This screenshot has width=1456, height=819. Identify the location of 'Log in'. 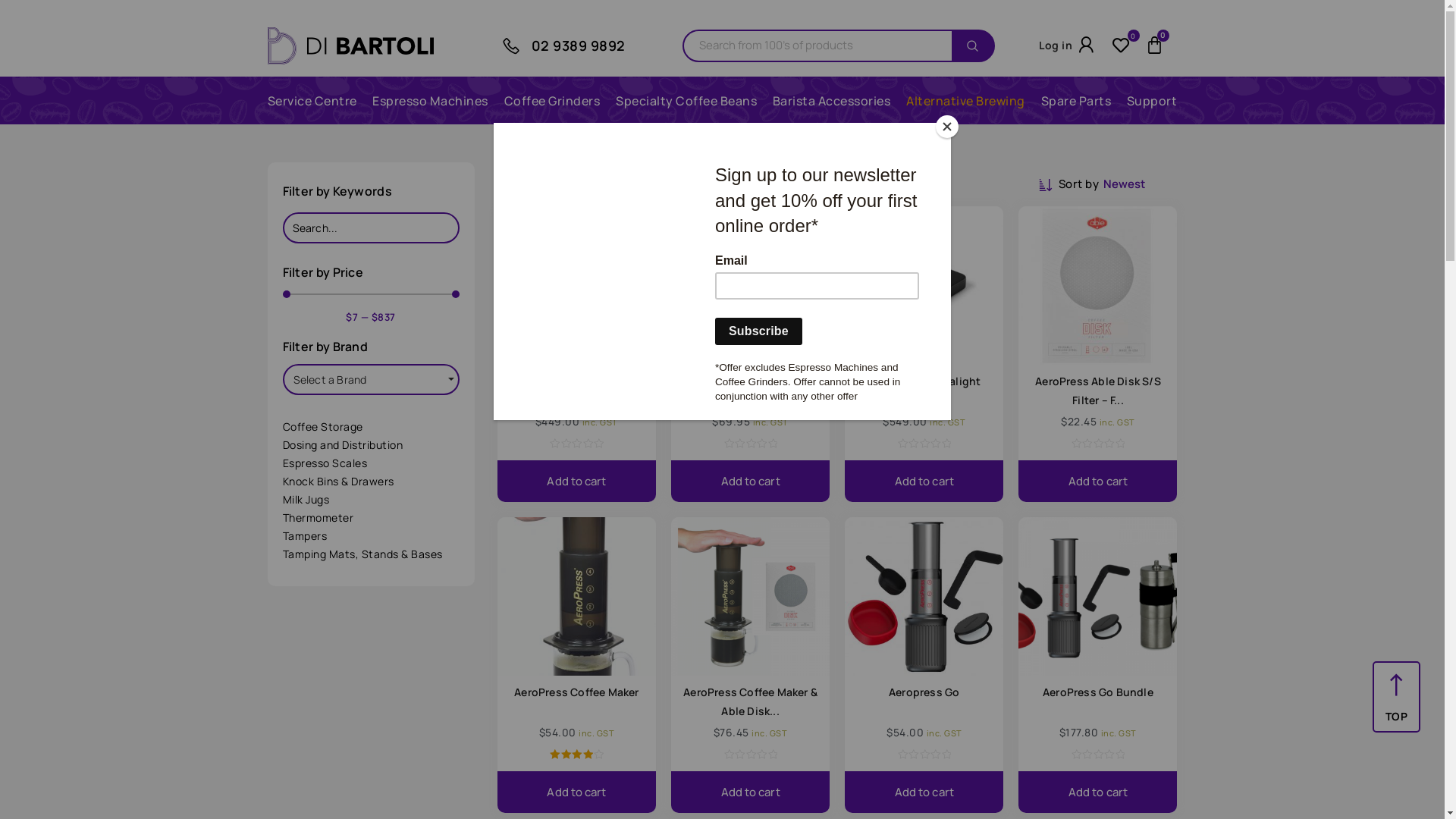
(1037, 44).